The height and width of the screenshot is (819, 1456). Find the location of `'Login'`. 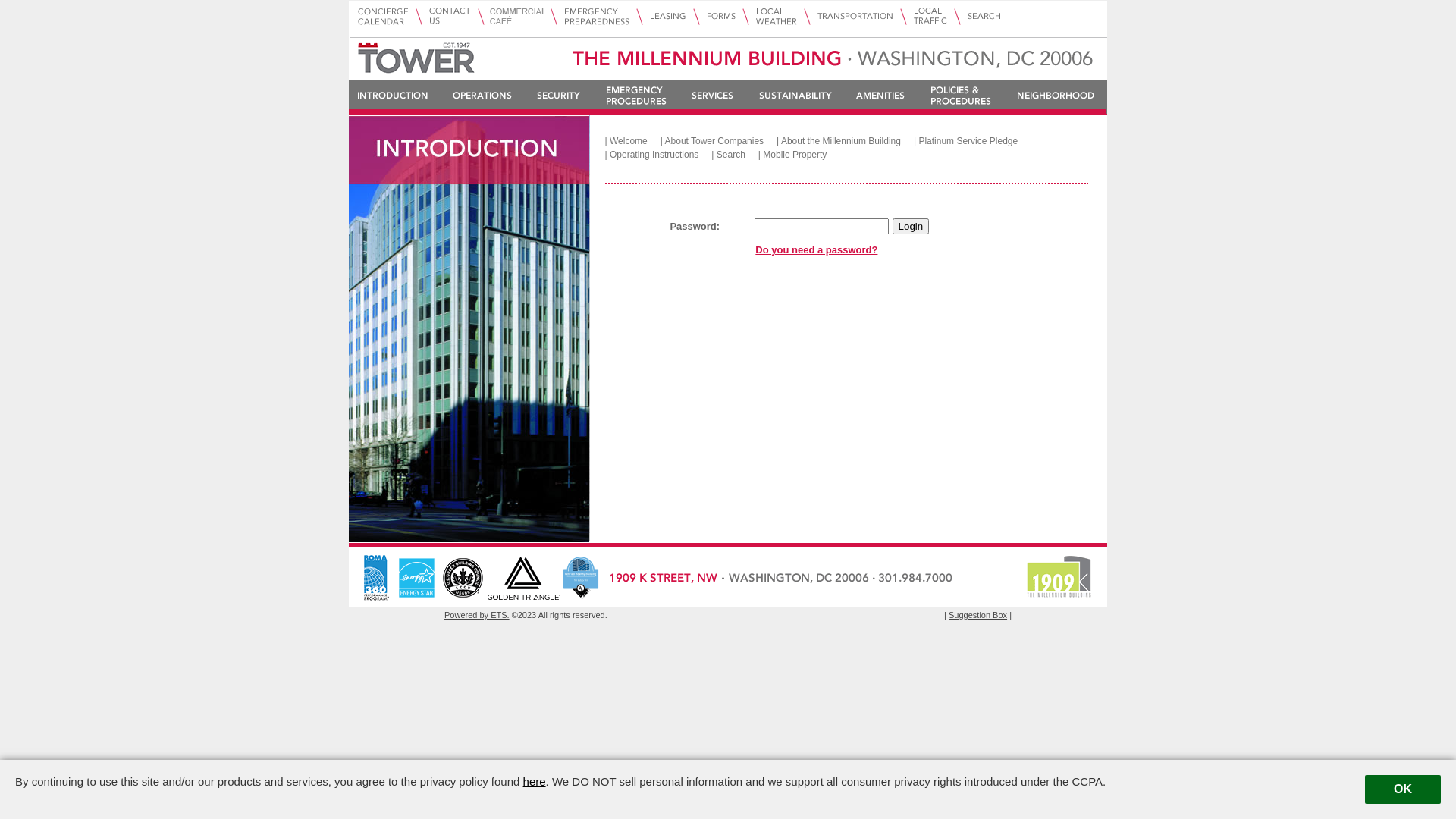

'Login' is located at coordinates (910, 226).